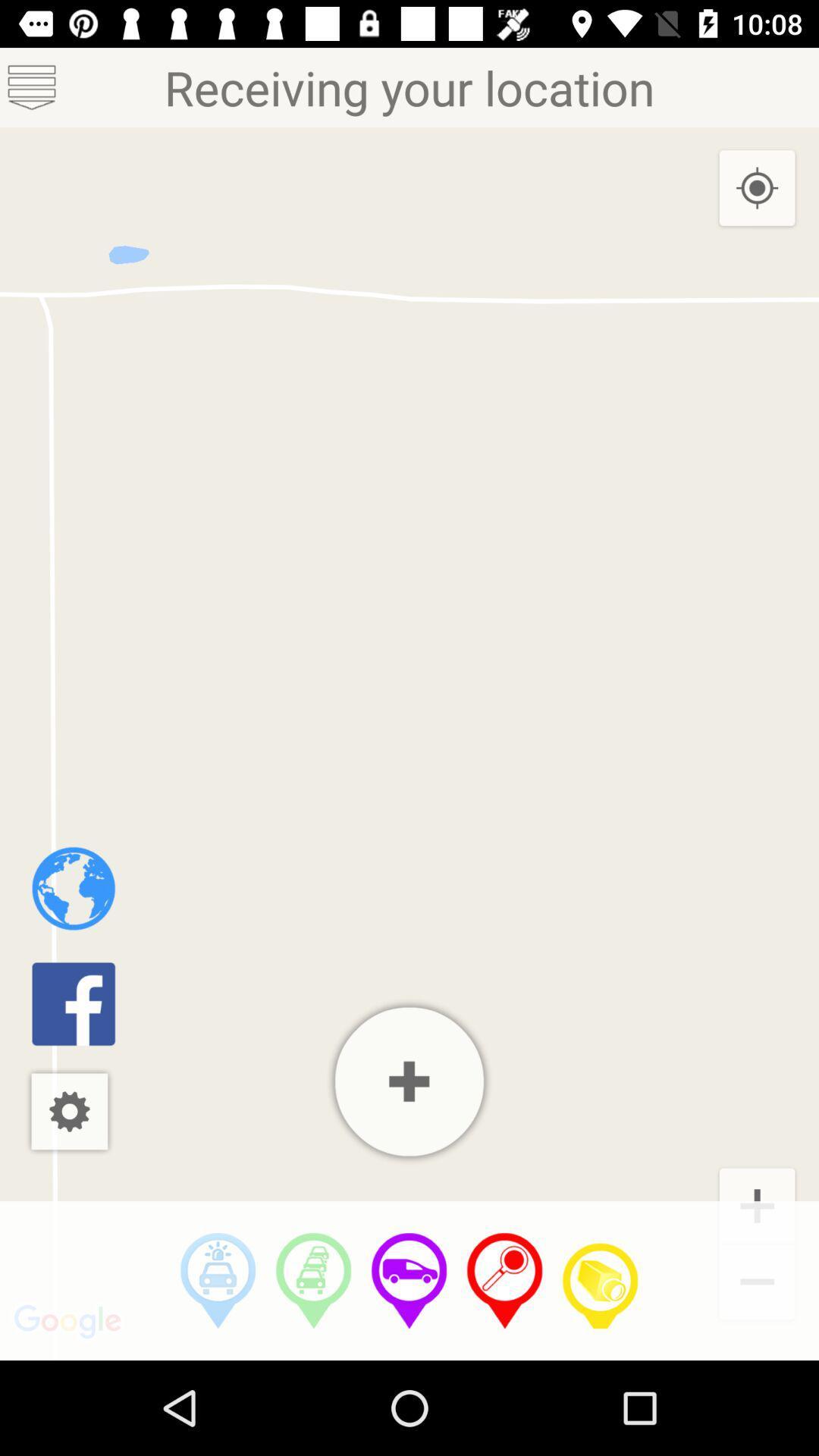  What do you see at coordinates (505, 1280) in the screenshot?
I see `change location` at bounding box center [505, 1280].